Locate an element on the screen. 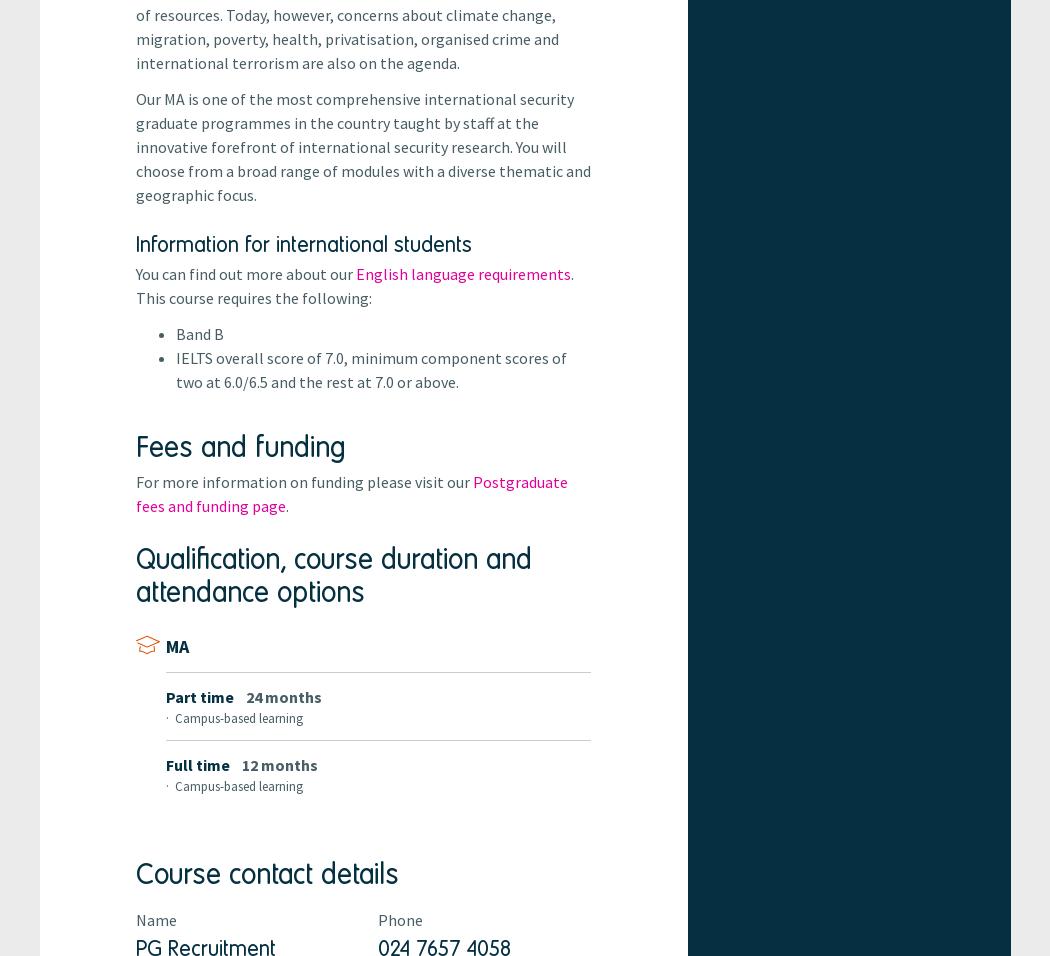 The height and width of the screenshot is (956, 1050). 'For more information on funding please visit our' is located at coordinates (303, 479).